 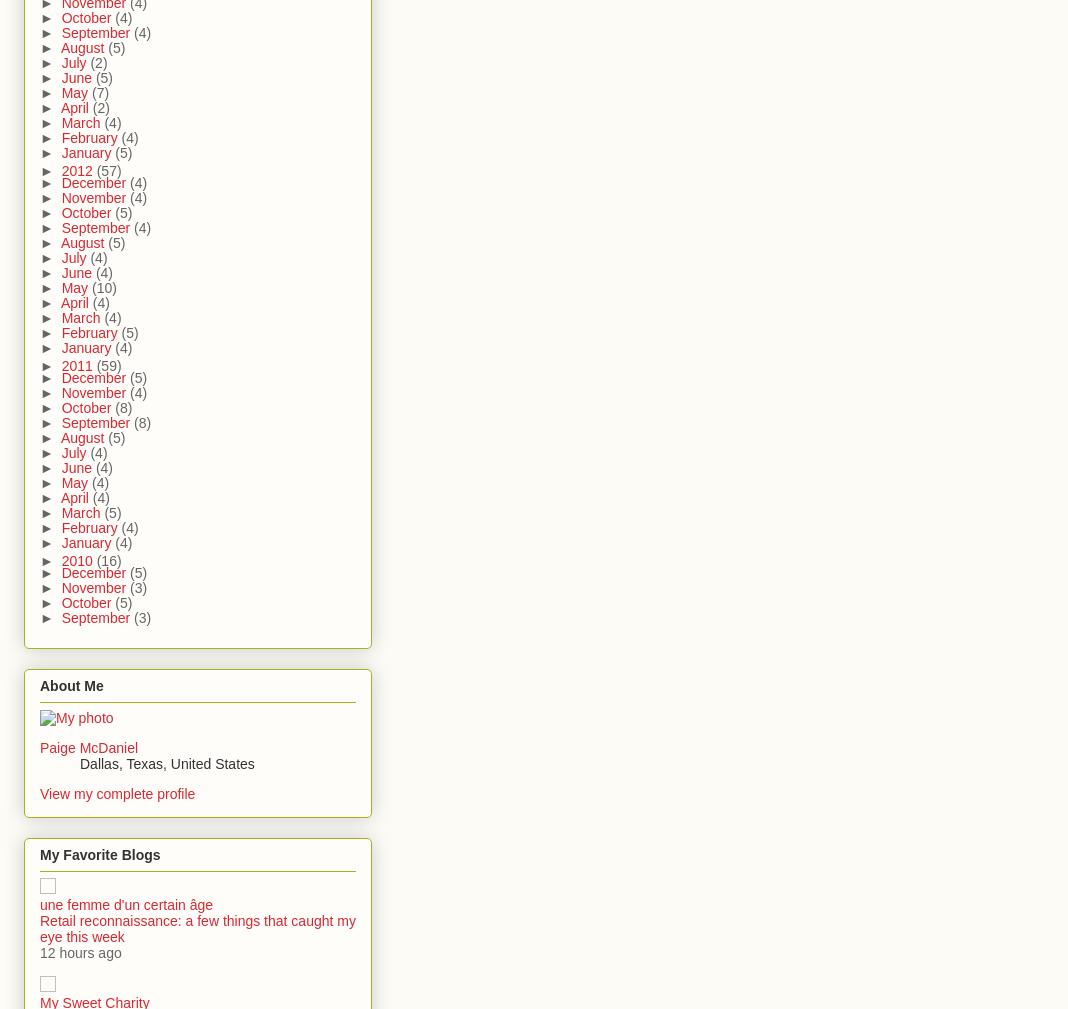 What do you see at coordinates (98, 855) in the screenshot?
I see `'My Favorite Blogs'` at bounding box center [98, 855].